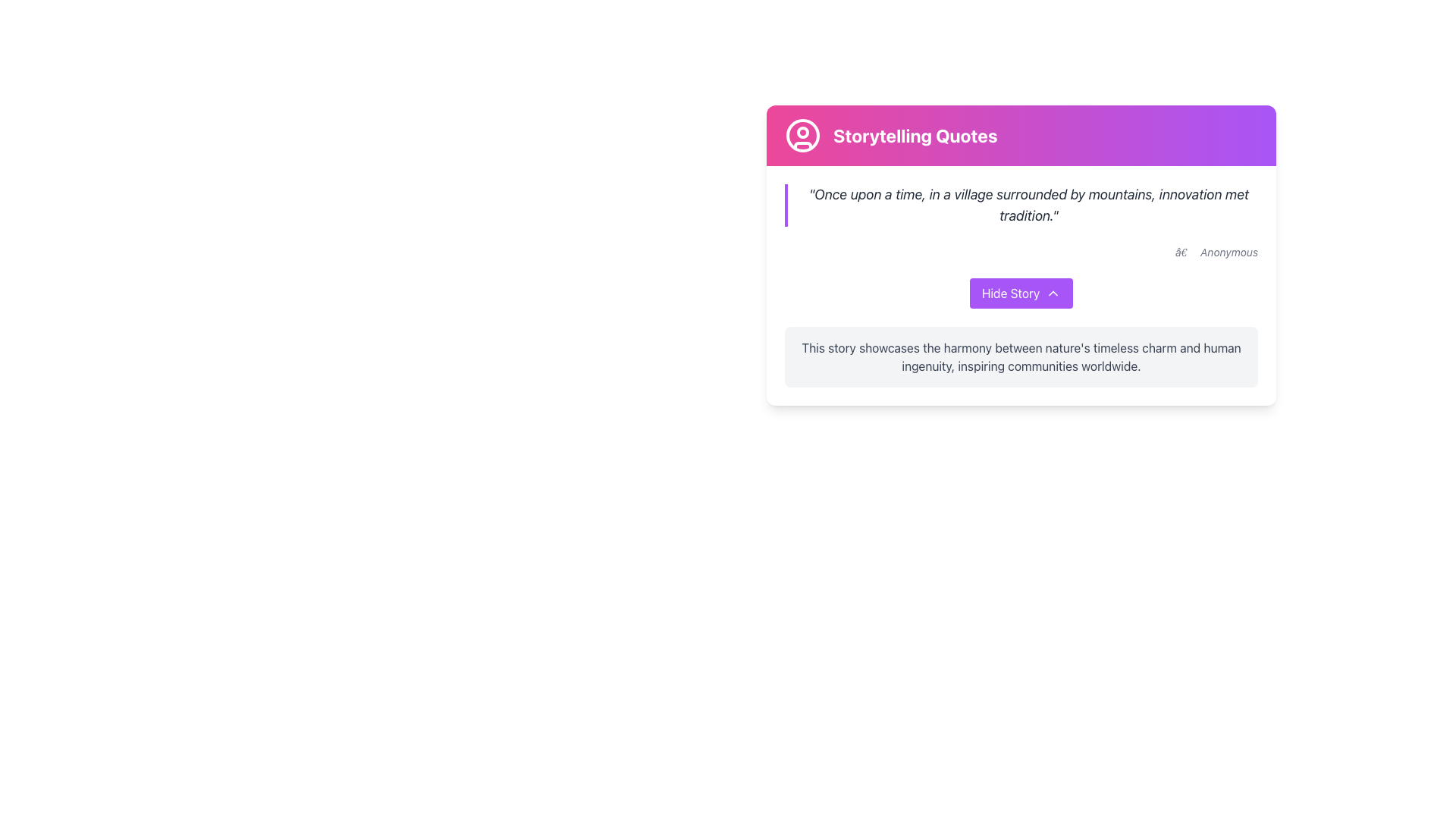 This screenshot has width=1456, height=819. I want to click on the outer circular shape of the avatar icon located in the header of the 'Storytelling Quotes' widget, which is situated on the extreme left of the purple title bar, so click(802, 134).